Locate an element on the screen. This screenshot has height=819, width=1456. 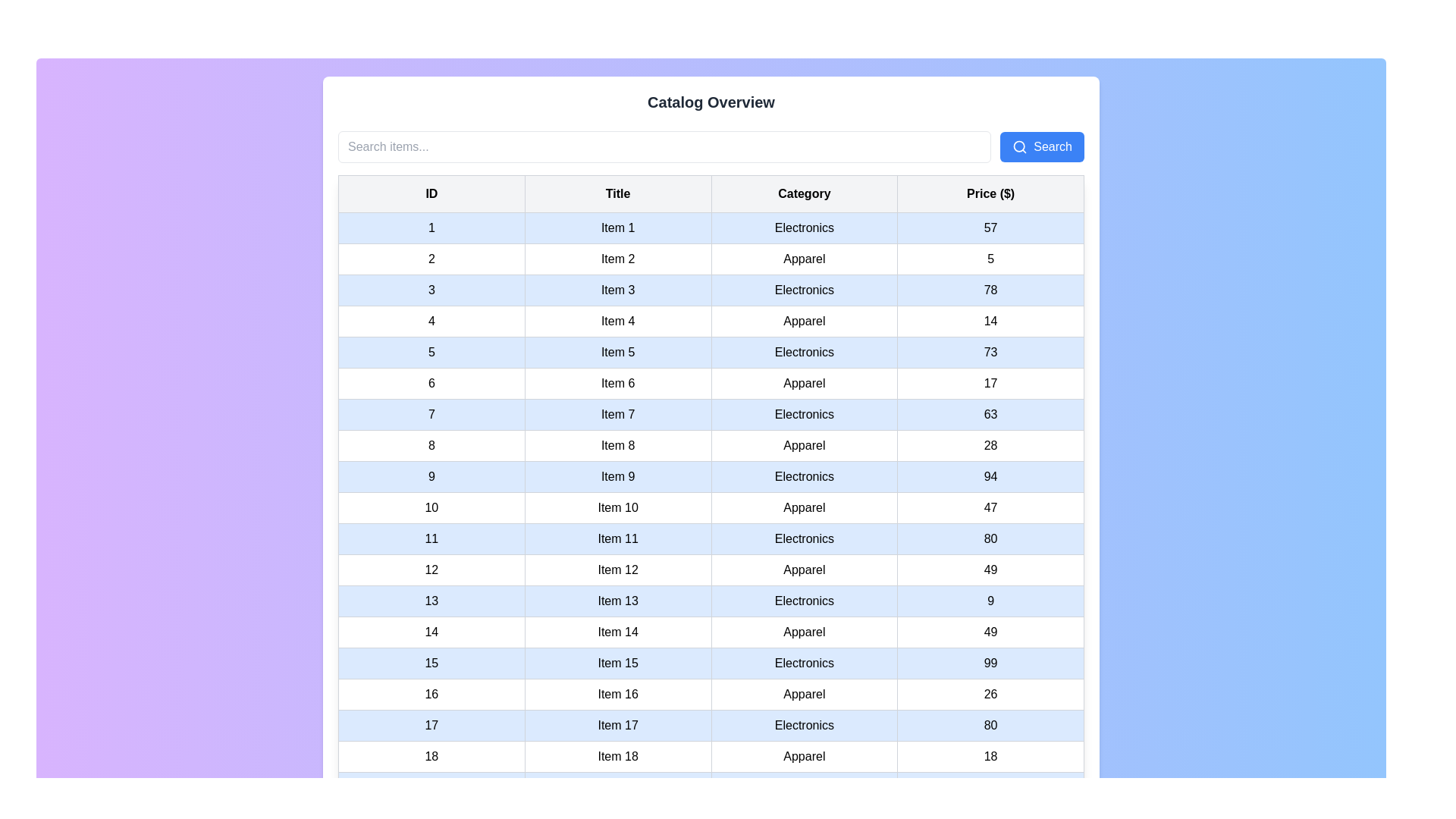
the table row containing structured information about an item is located at coordinates (710, 757).